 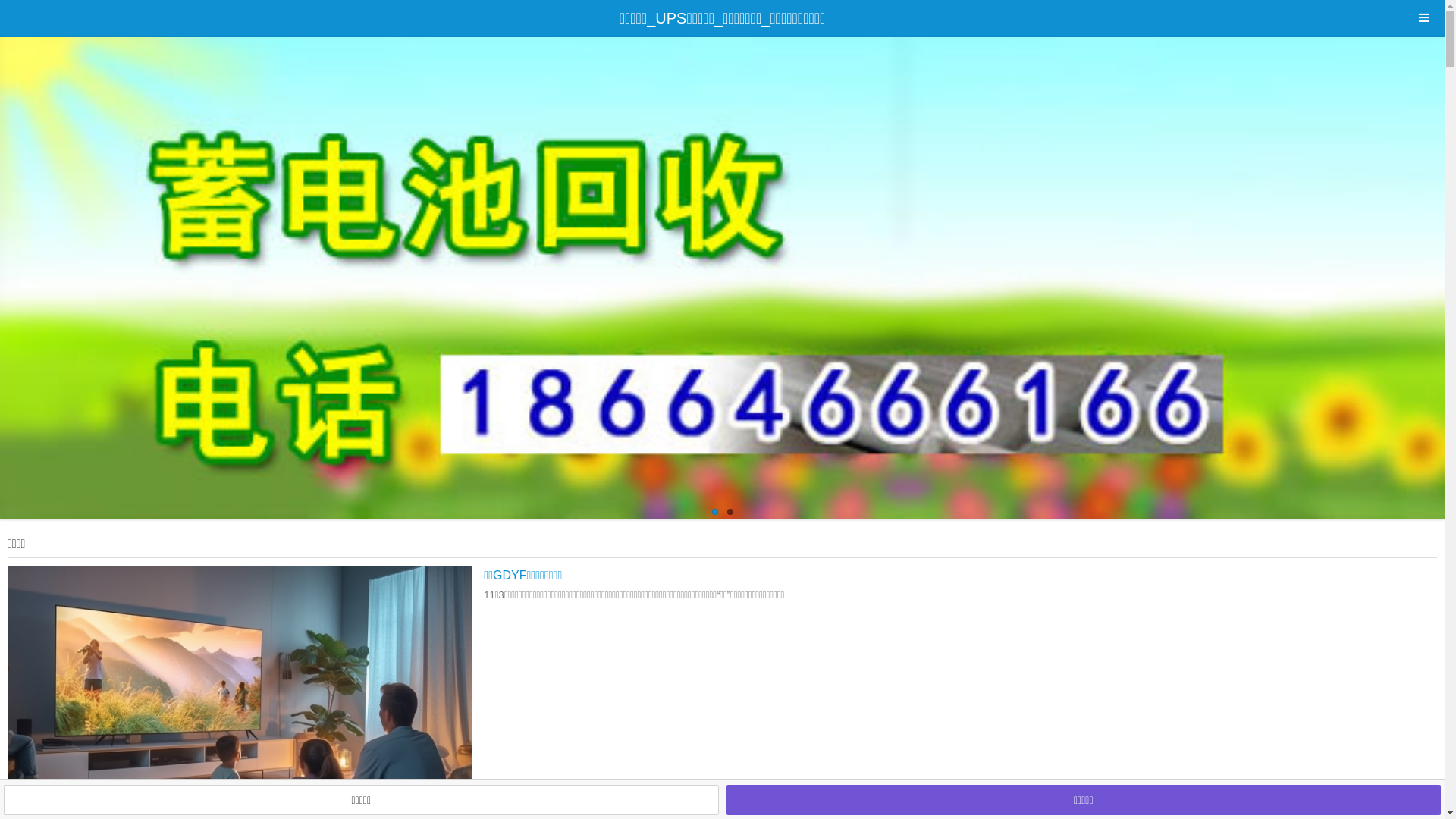 What do you see at coordinates (713, 512) in the screenshot?
I see `'1'` at bounding box center [713, 512].